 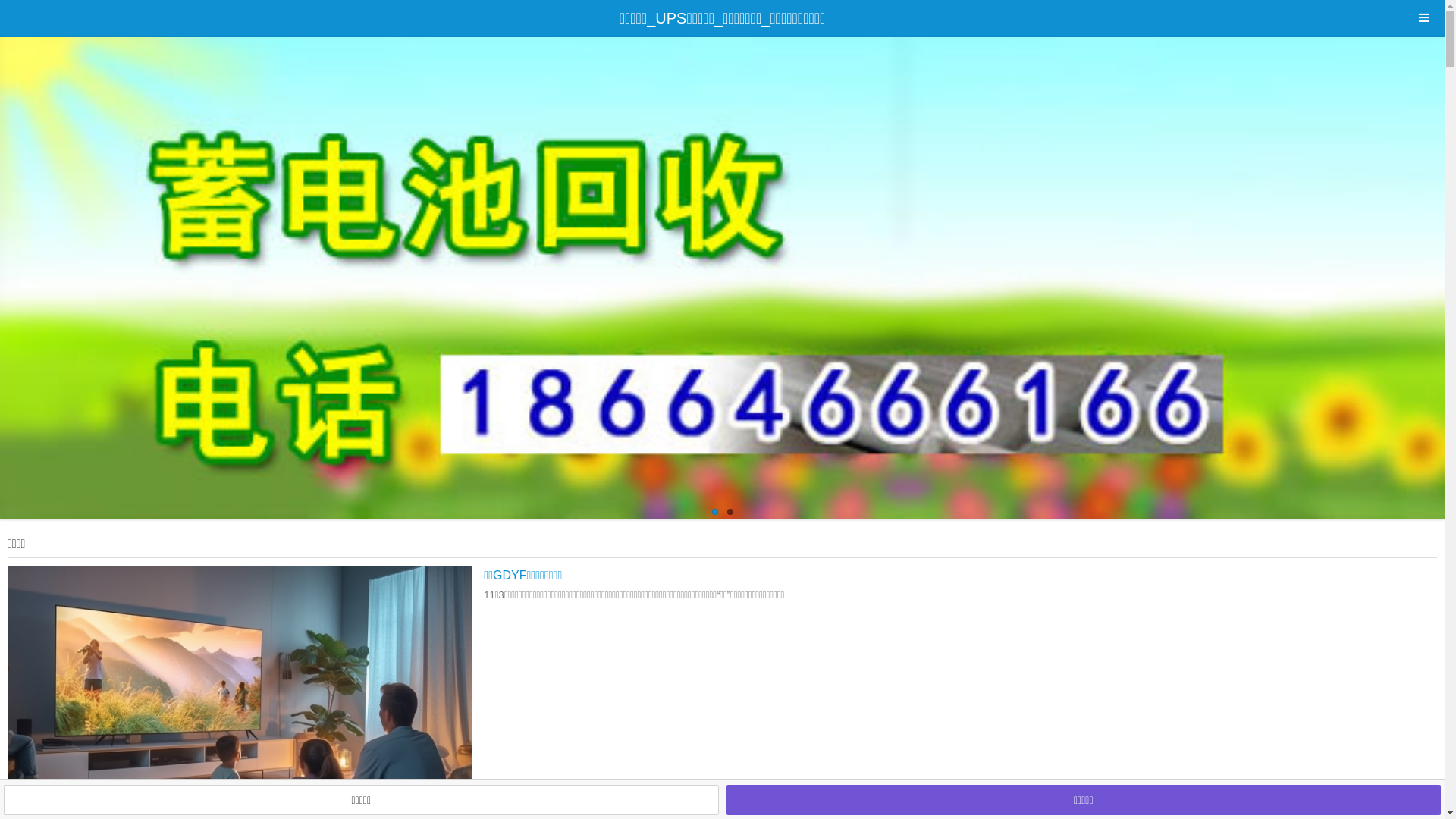 What do you see at coordinates (713, 512) in the screenshot?
I see `'1'` at bounding box center [713, 512].